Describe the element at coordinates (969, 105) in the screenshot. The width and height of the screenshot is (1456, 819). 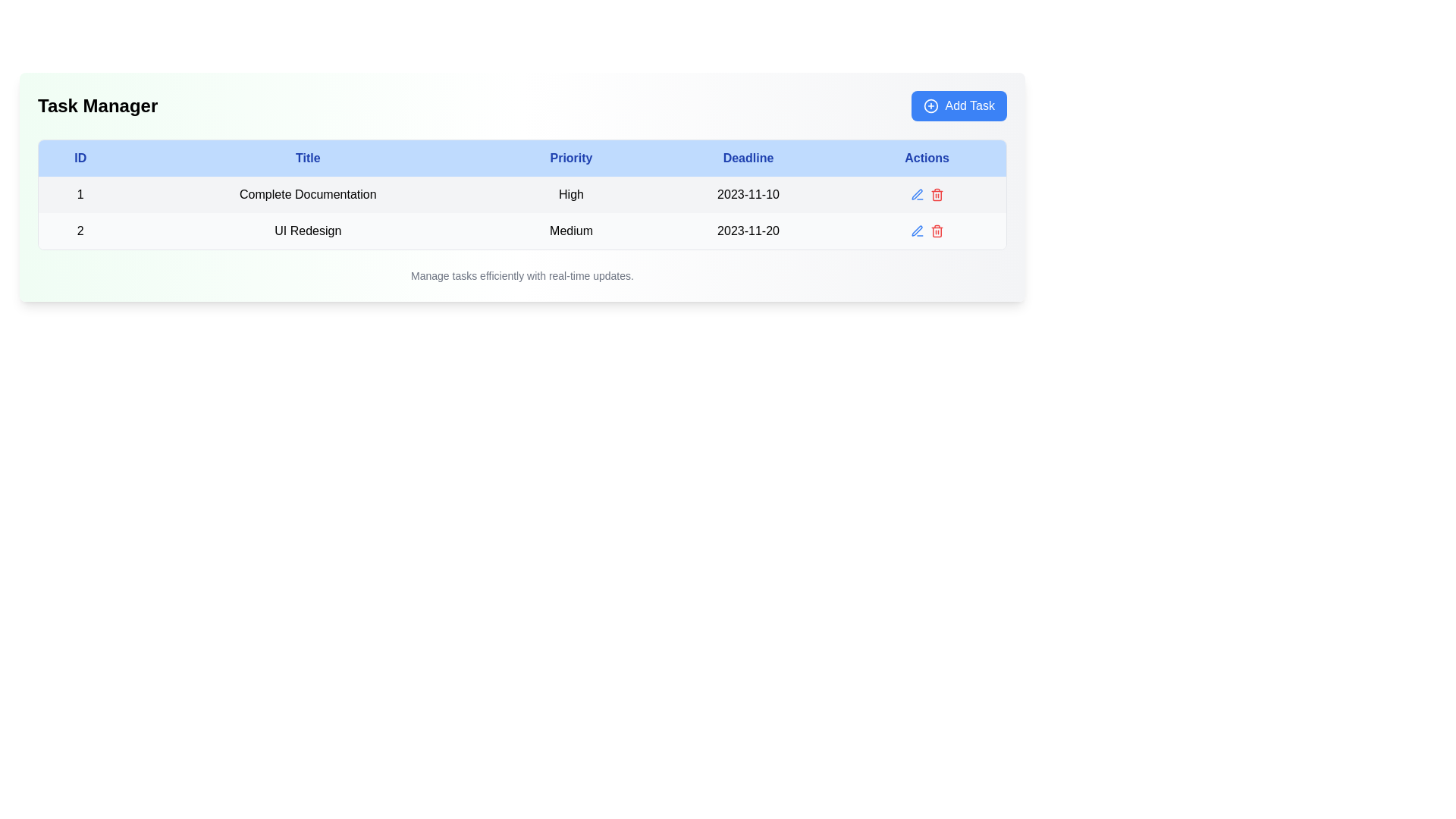
I see `the text 'Add Task' which is styled with a white font on a blue button located in the top-right corner of the task manager interface` at that location.